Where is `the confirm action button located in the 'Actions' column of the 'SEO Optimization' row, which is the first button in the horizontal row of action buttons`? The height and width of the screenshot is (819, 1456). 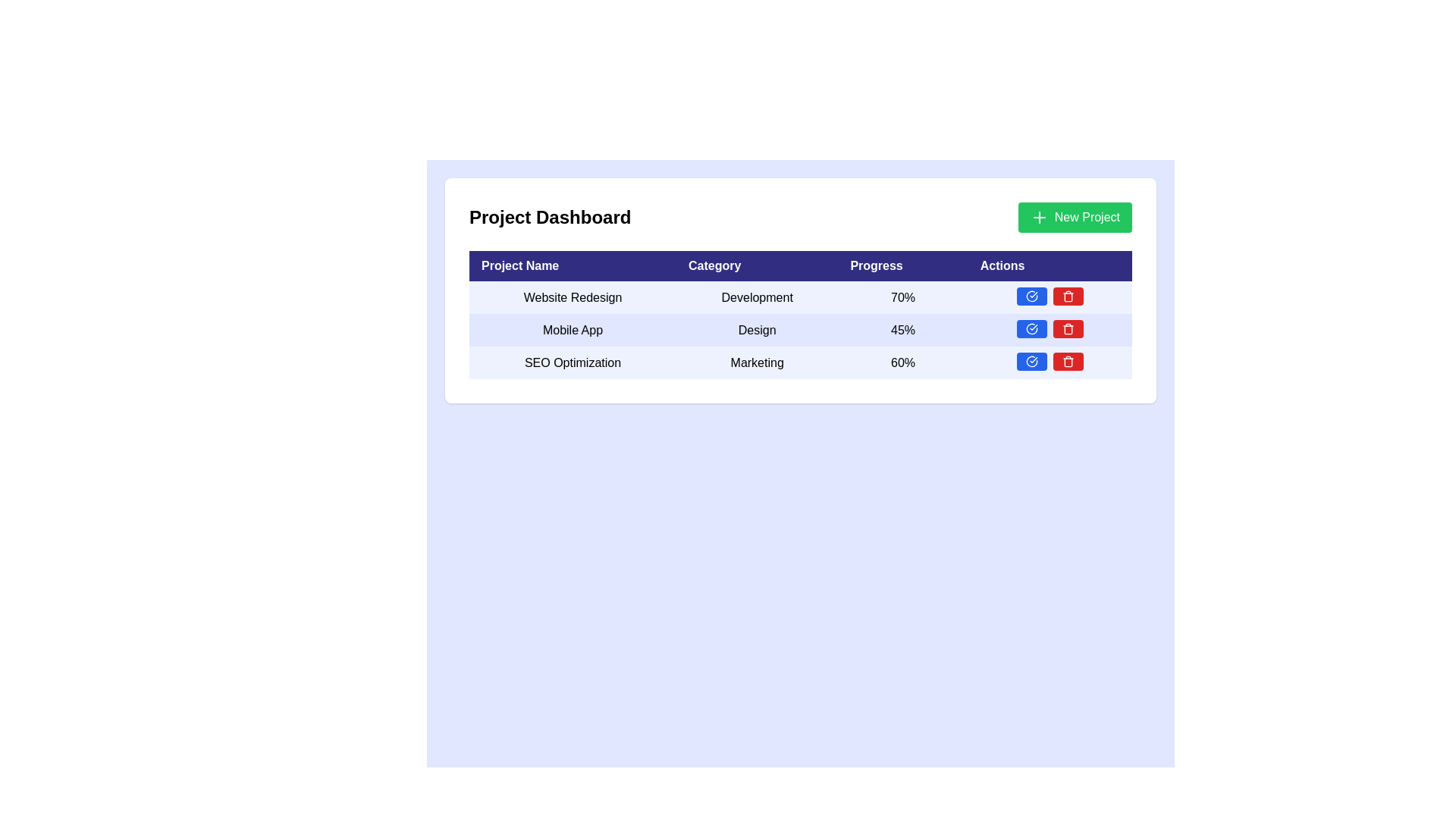 the confirm action button located in the 'Actions' column of the 'SEO Optimization' row, which is the first button in the horizontal row of action buttons is located at coordinates (1031, 362).